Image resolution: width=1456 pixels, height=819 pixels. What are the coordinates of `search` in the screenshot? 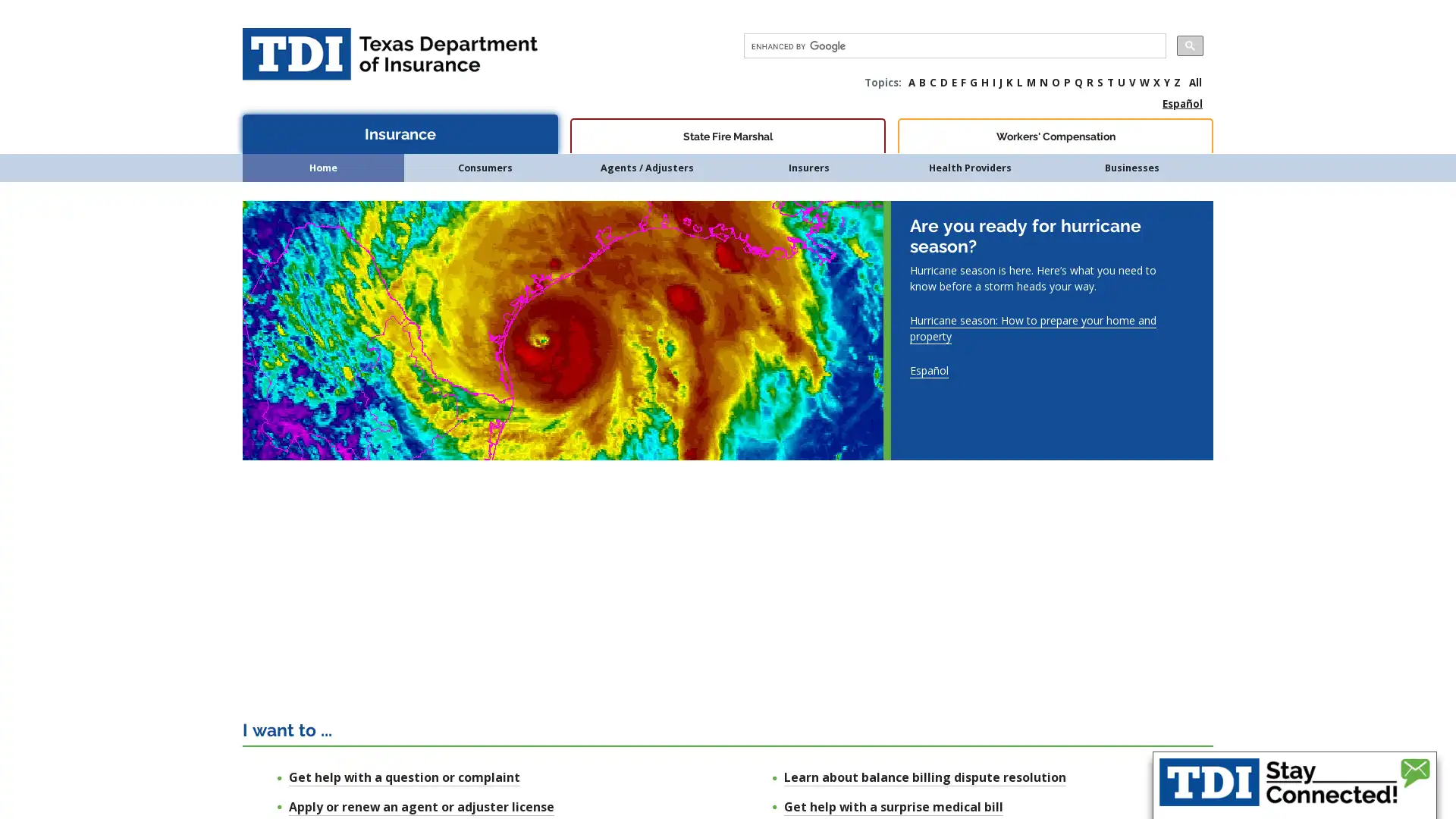 It's located at (1189, 45).